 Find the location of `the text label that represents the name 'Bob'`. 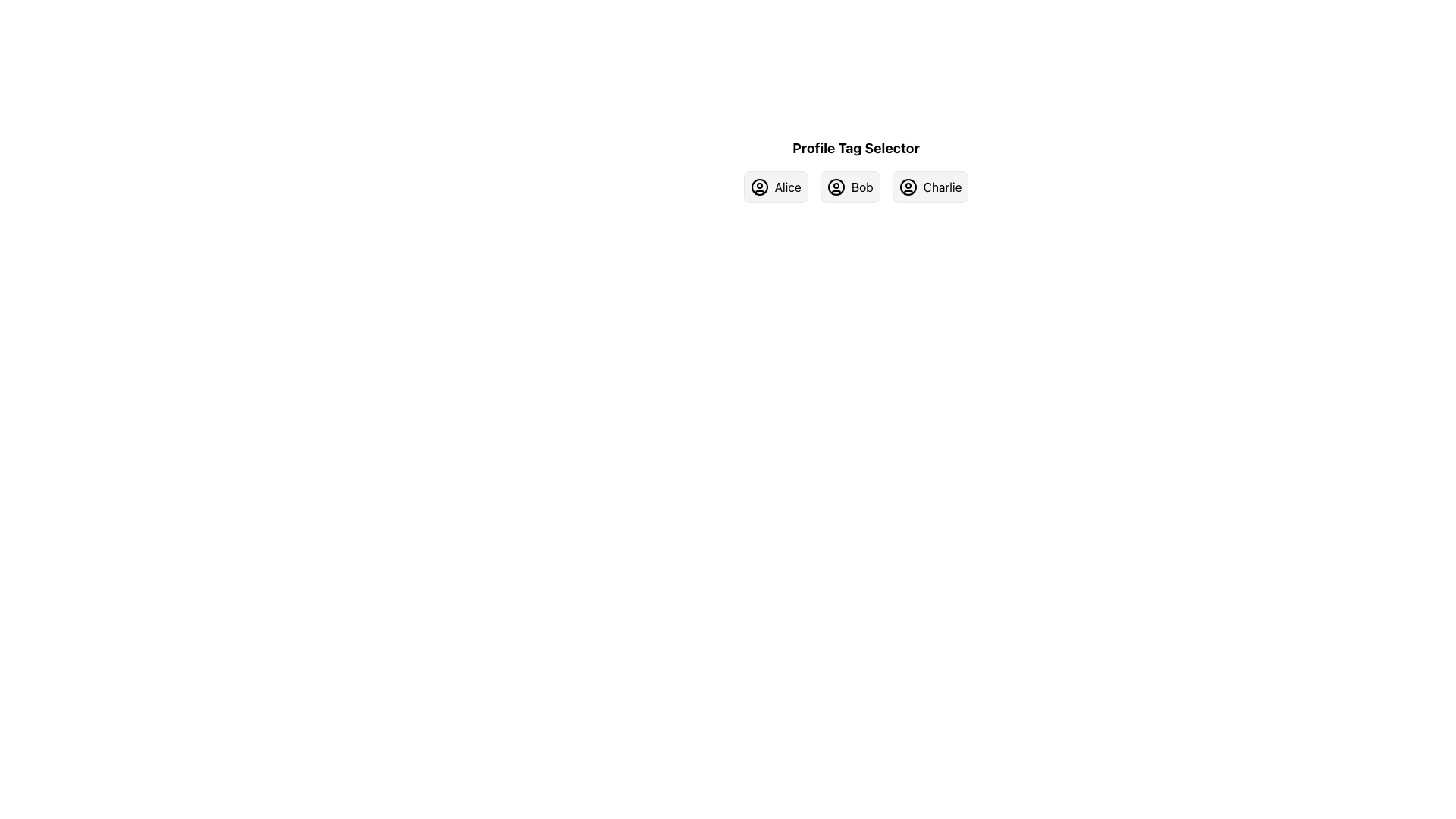

the text label that represents the name 'Bob' is located at coordinates (862, 186).